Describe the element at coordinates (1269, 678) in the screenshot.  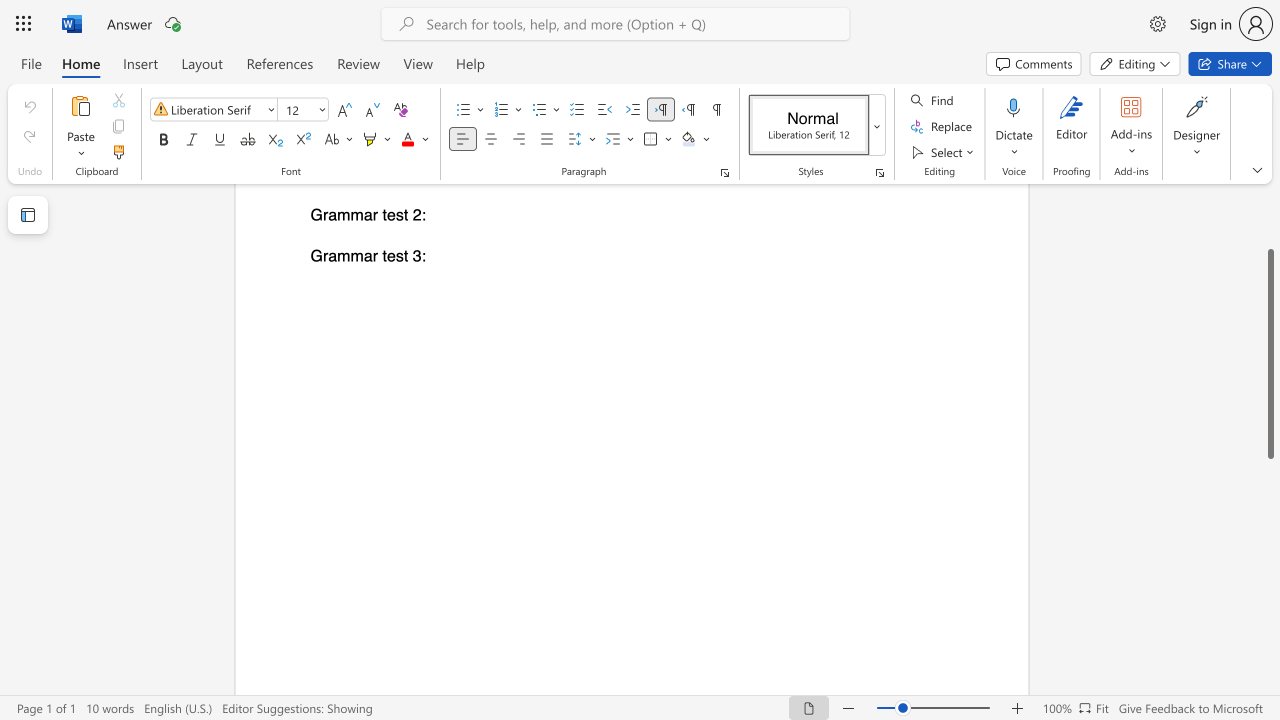
I see `the scrollbar on the right` at that location.